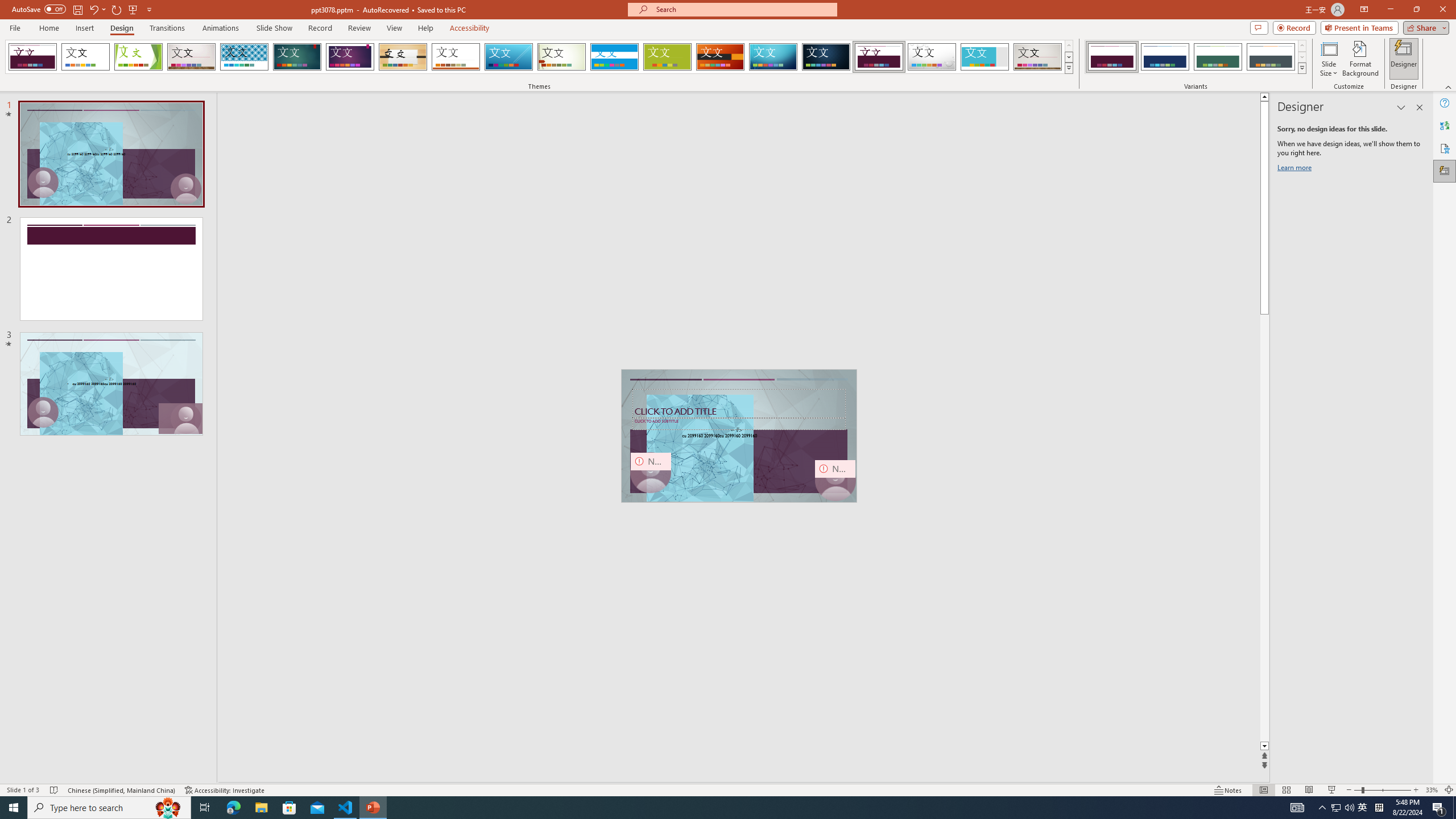  What do you see at coordinates (1381, 790) in the screenshot?
I see `'Zoom'` at bounding box center [1381, 790].